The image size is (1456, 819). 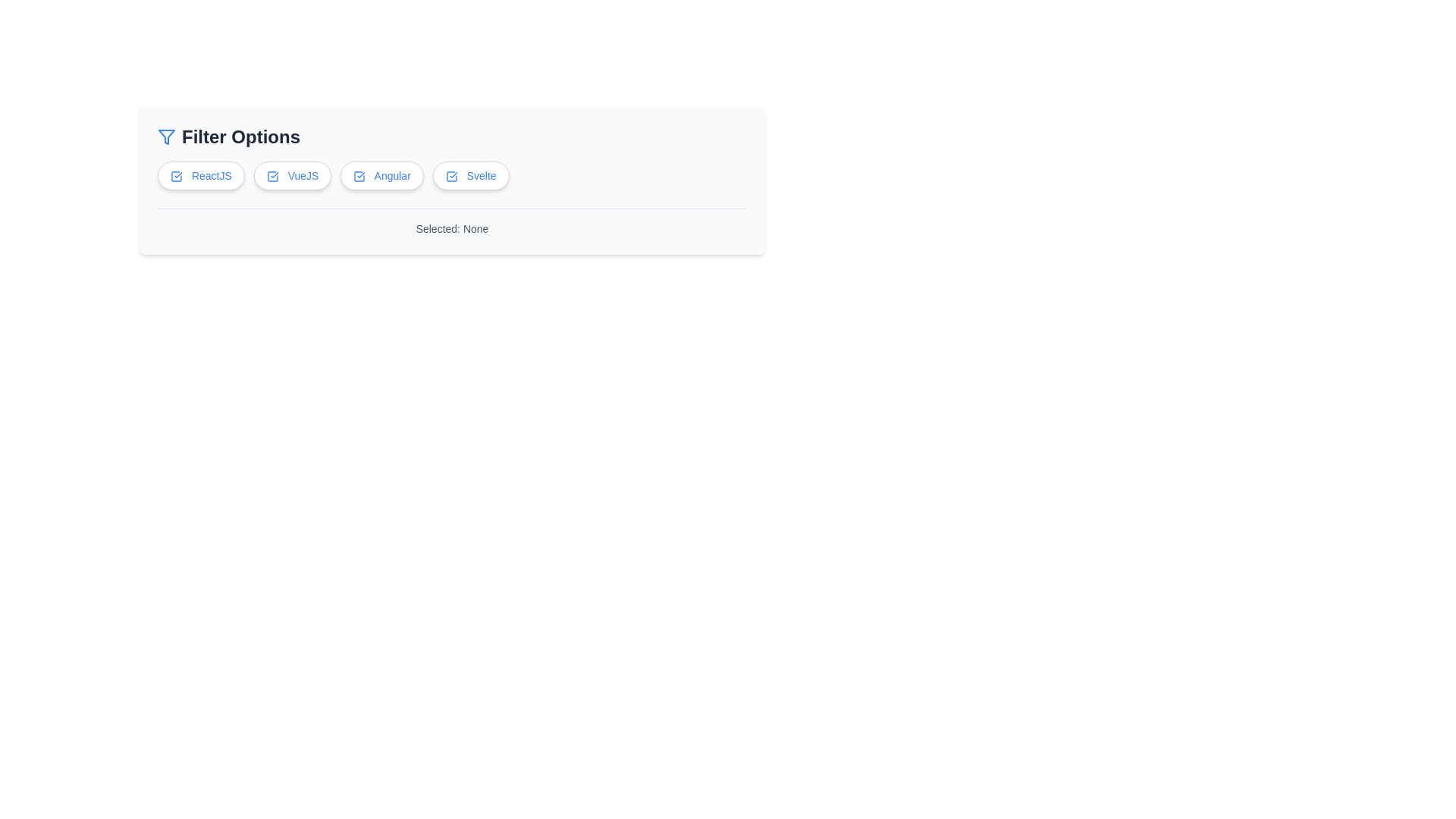 I want to click on the Checkbox button labeled 'VueJS', so click(x=293, y=174).